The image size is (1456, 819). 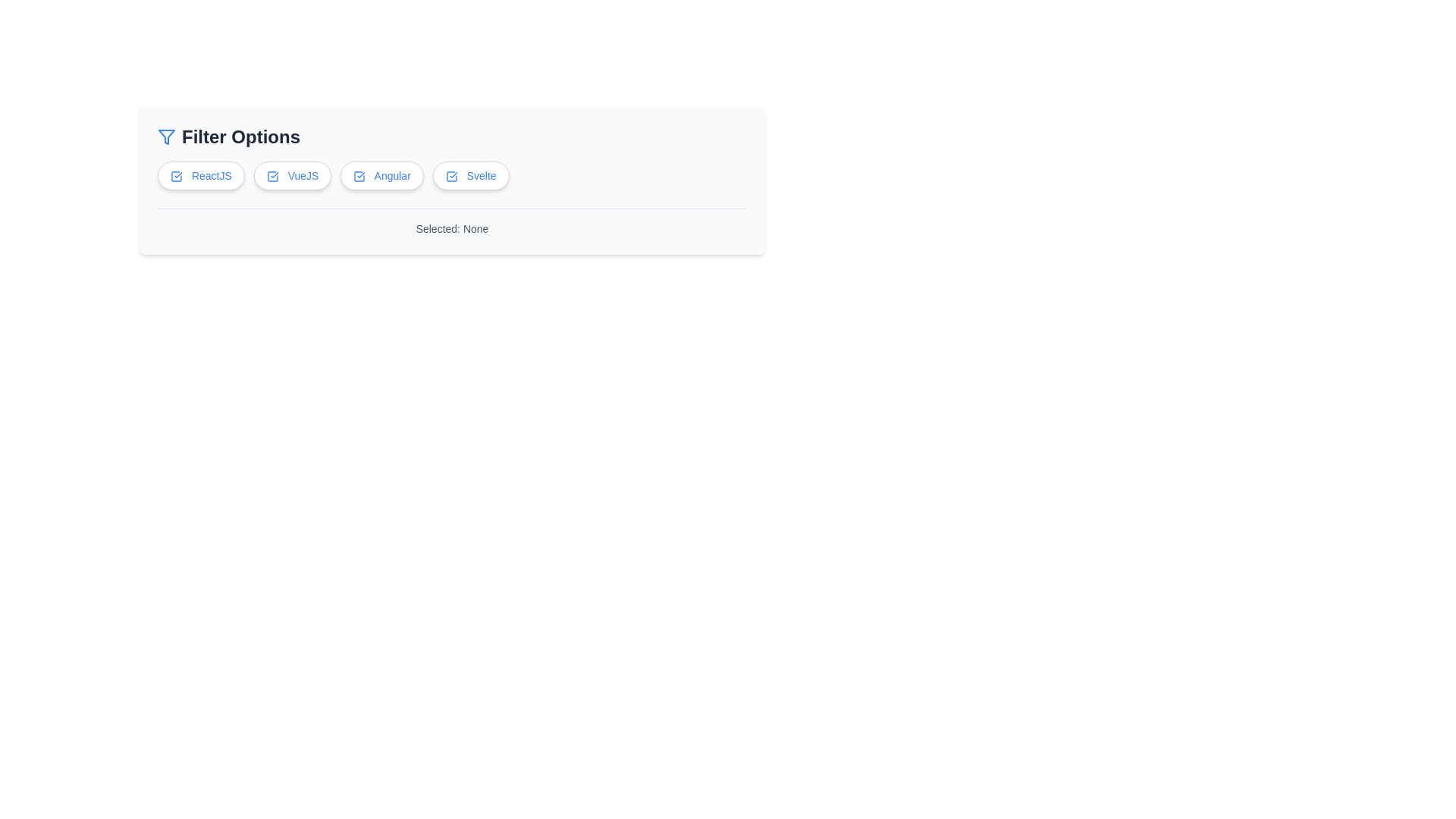 I want to click on the Checkbox button labeled 'VueJS', so click(x=293, y=174).